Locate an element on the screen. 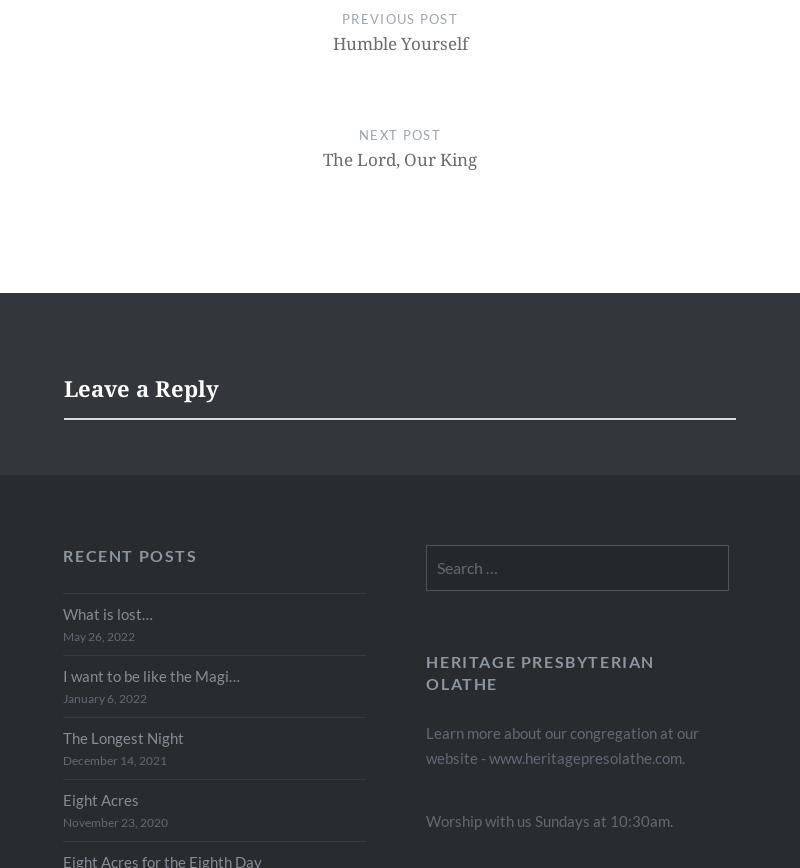 This screenshot has height=868, width=800. 'The Lord, Our King' is located at coordinates (400, 159).